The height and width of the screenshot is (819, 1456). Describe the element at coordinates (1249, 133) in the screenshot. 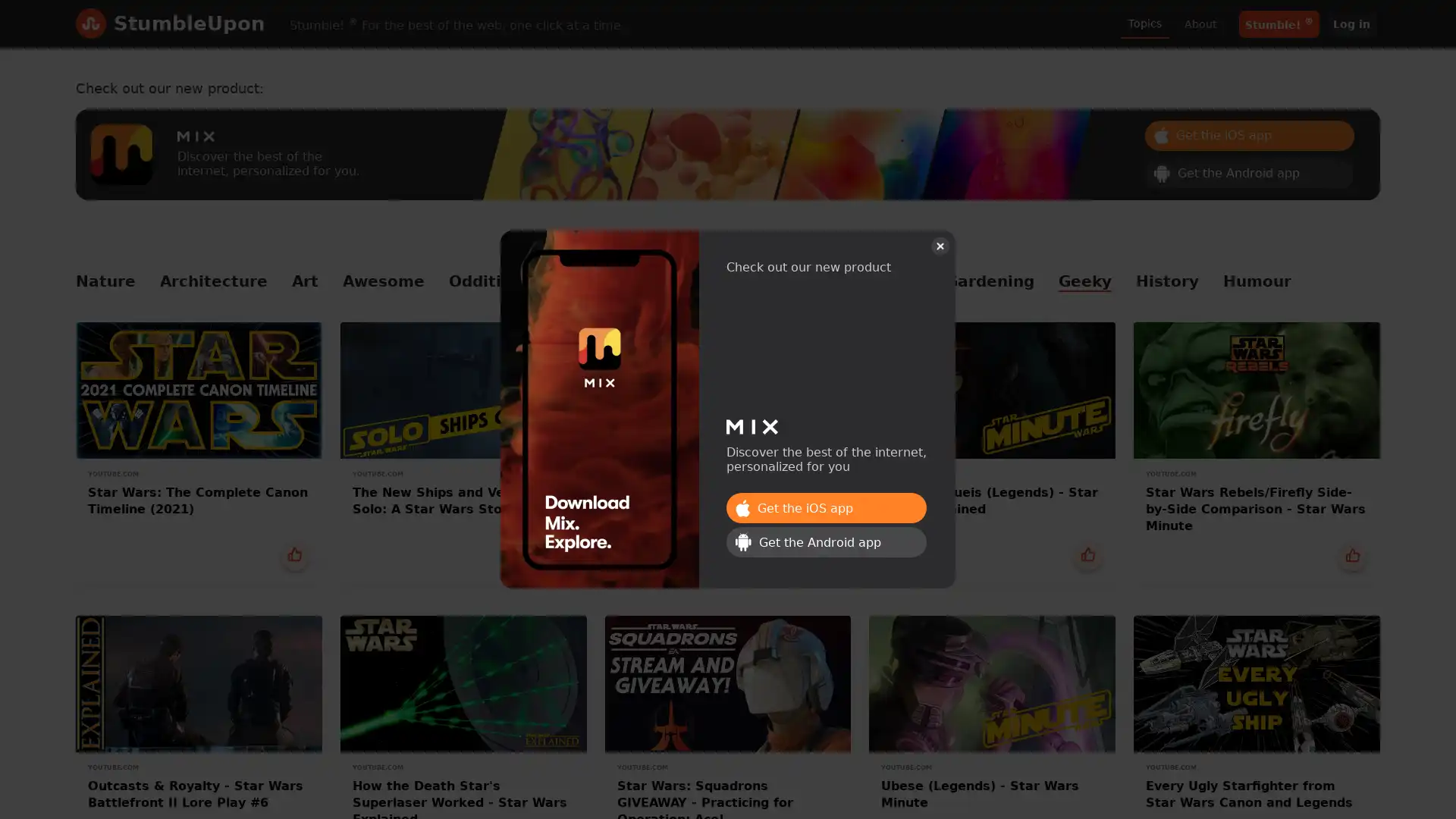

I see `Header Image 1 Get the iOS app` at that location.